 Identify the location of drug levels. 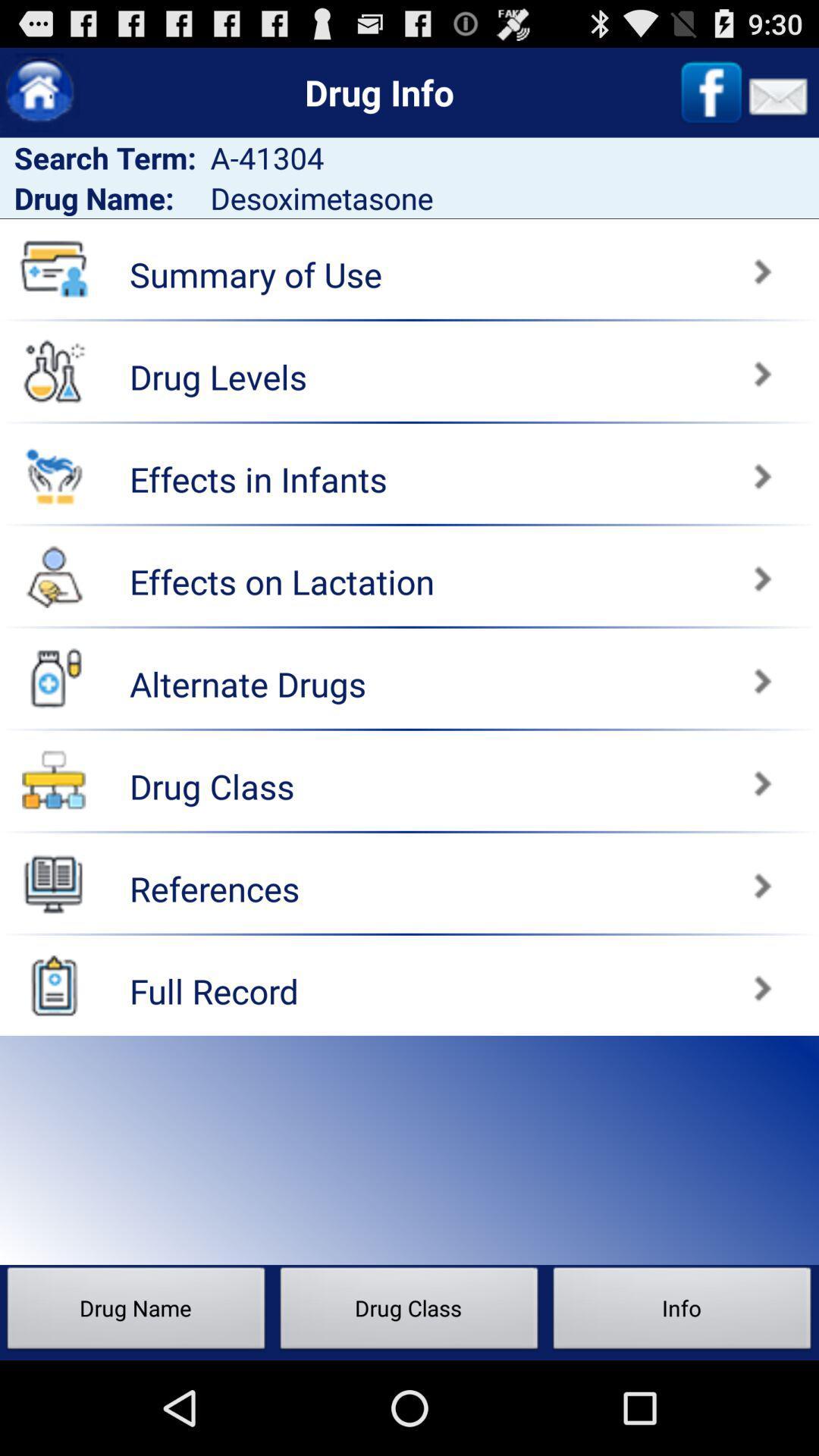
(53, 371).